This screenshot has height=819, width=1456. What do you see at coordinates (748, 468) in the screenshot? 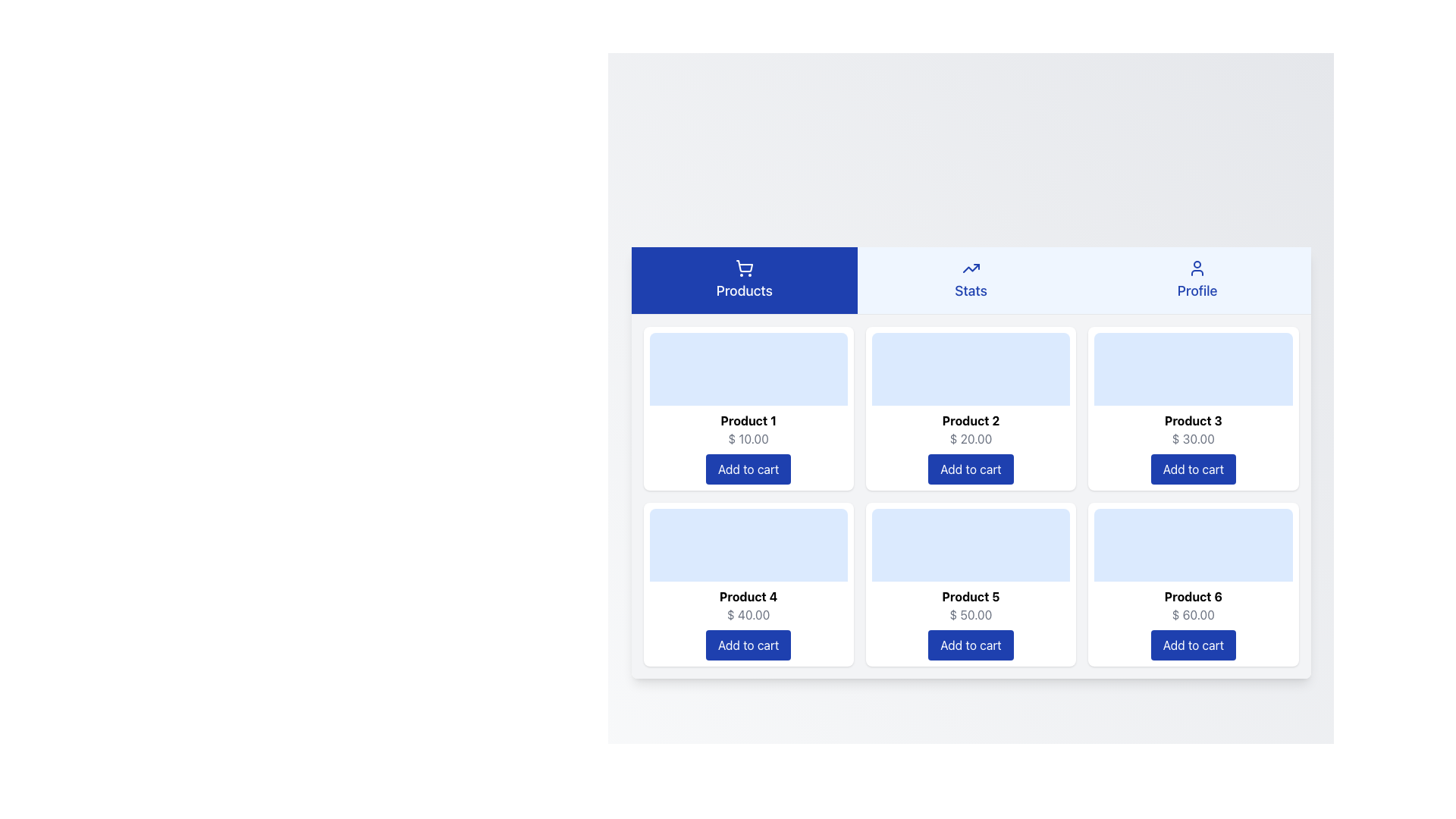
I see `the 'Add to cart' button, which is a rectangular button with rounded corners, dark blue background, and white text, located below the price label '$ 10.00' in the product card for 'Product 1'` at bounding box center [748, 468].